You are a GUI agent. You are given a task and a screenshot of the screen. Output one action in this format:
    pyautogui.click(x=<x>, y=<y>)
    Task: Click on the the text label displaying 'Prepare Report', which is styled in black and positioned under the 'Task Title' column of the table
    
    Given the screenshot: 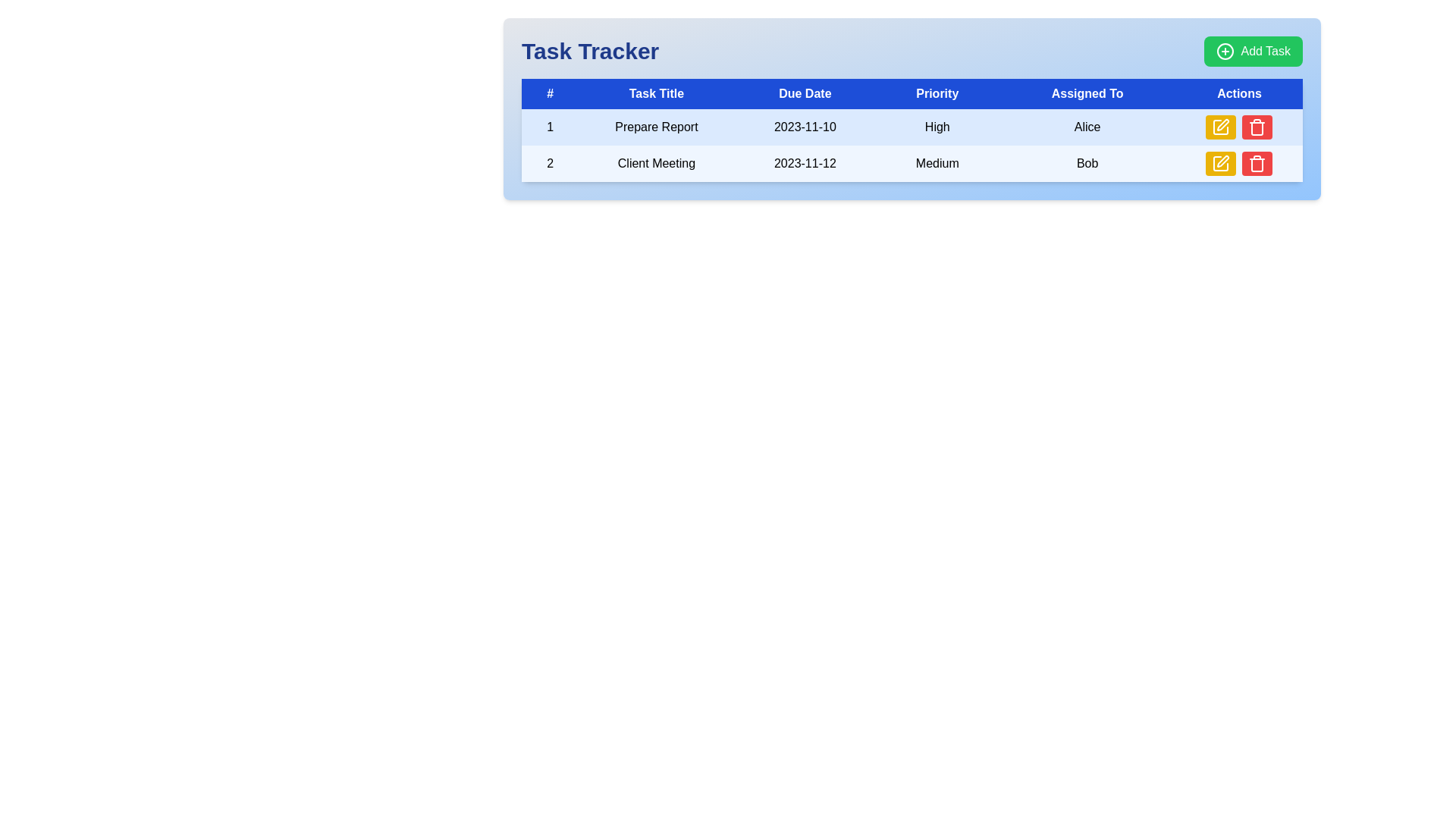 What is the action you would take?
    pyautogui.click(x=656, y=127)
    